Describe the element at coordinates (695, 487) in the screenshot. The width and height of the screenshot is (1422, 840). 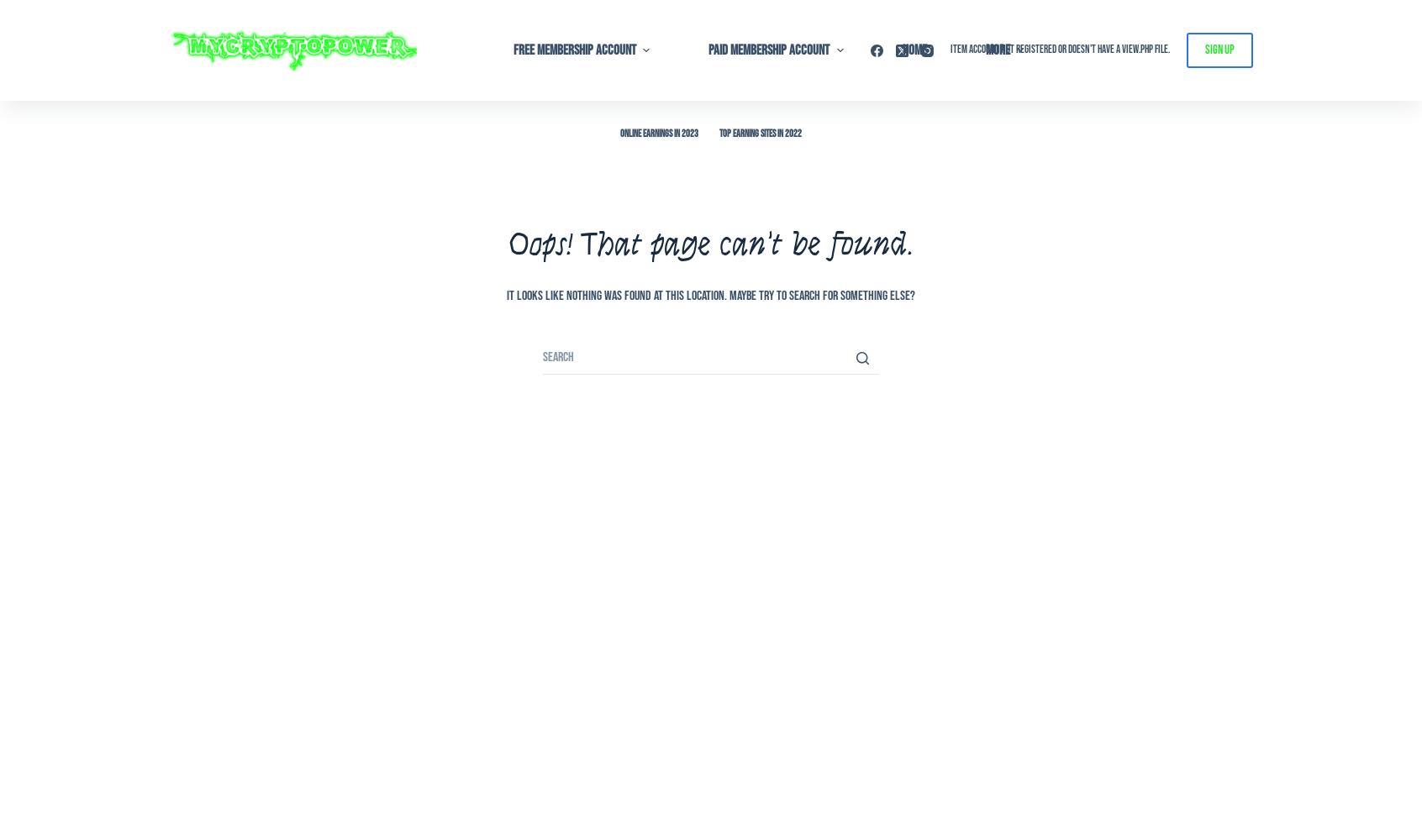
I see `'13 – Referrals – Affiliates'` at that location.